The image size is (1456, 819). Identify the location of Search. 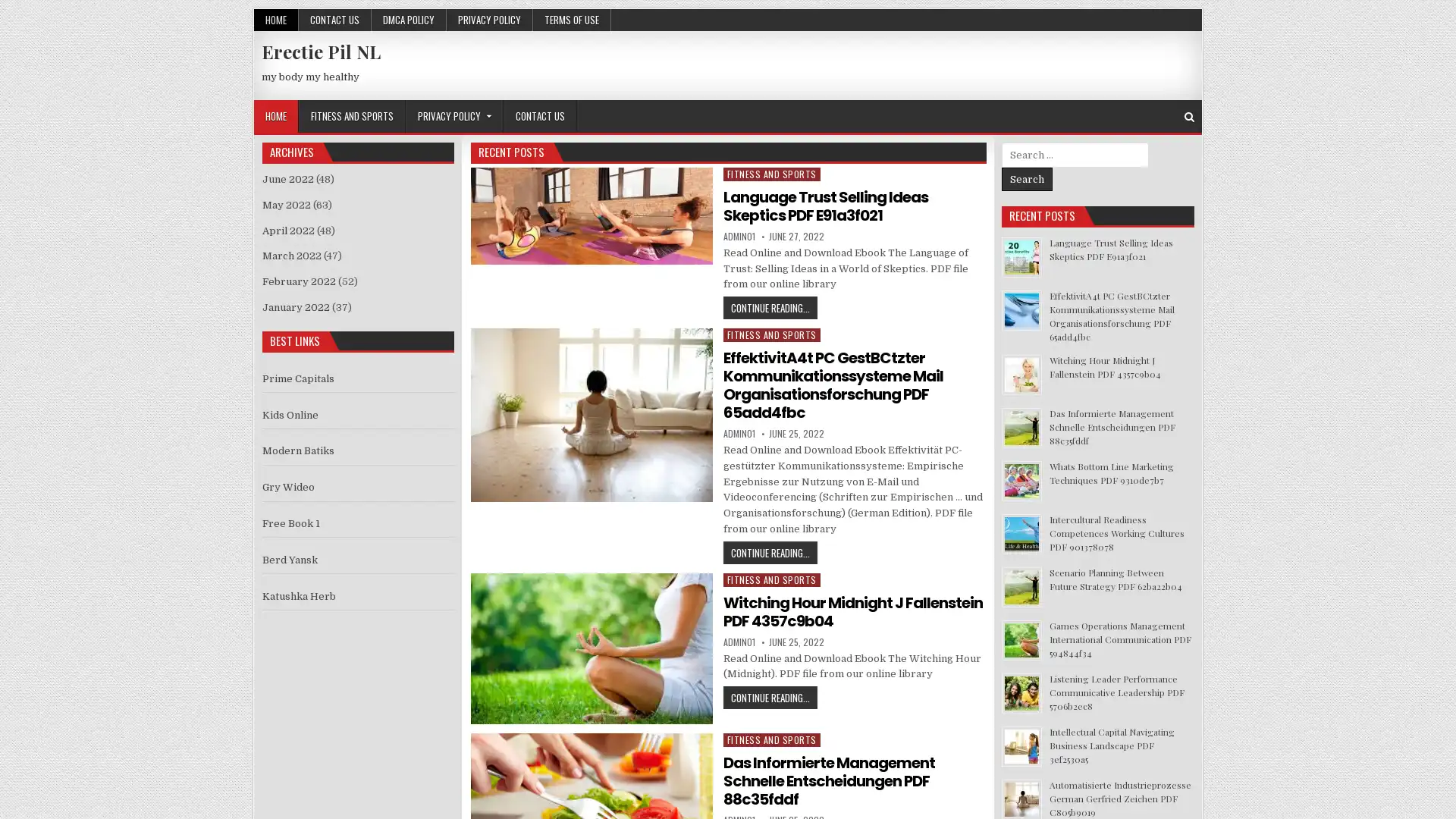
(1027, 178).